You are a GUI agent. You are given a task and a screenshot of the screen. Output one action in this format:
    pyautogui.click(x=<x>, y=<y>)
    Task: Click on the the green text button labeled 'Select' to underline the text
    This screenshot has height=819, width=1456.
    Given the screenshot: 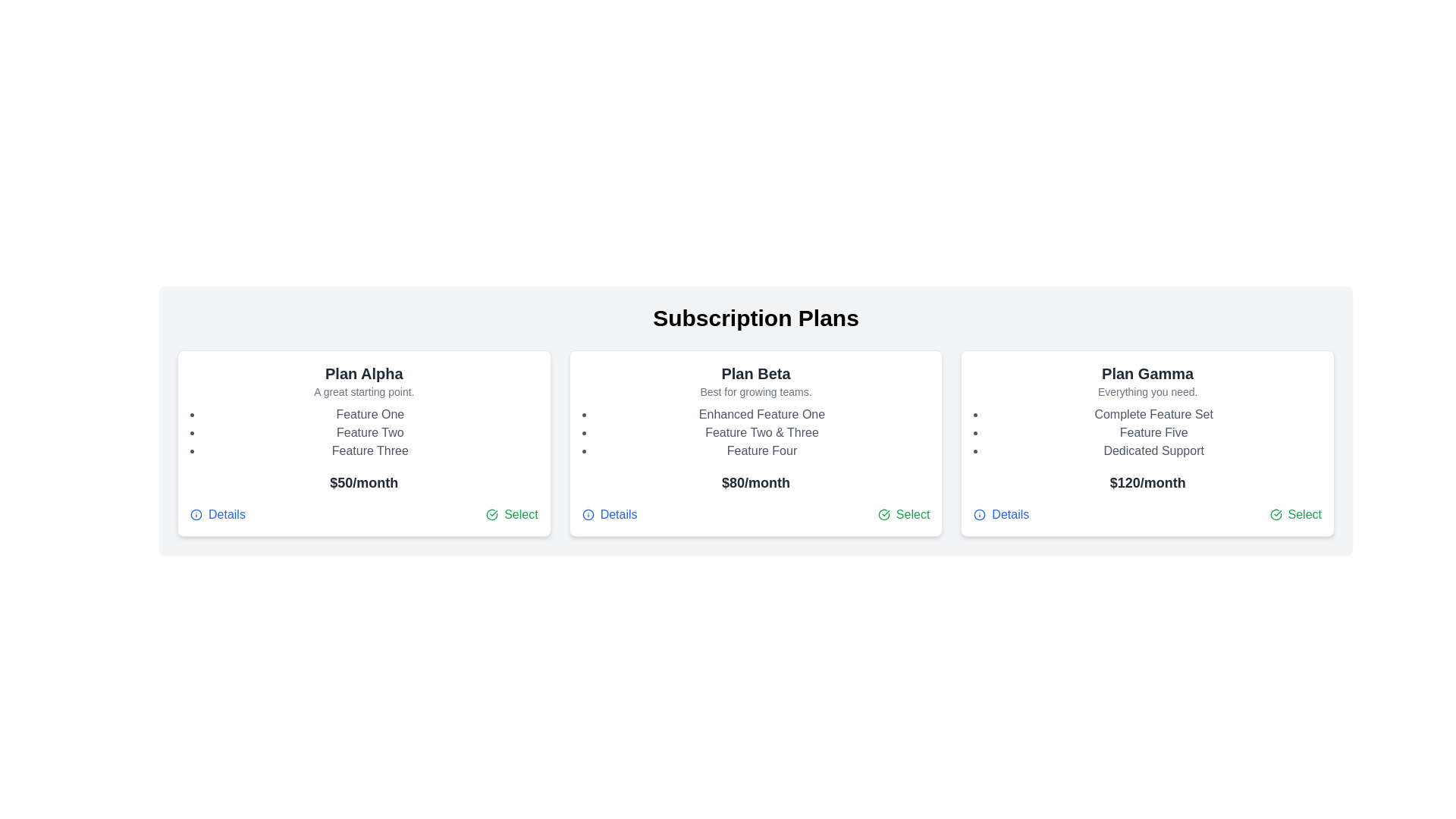 What is the action you would take?
    pyautogui.click(x=904, y=513)
    